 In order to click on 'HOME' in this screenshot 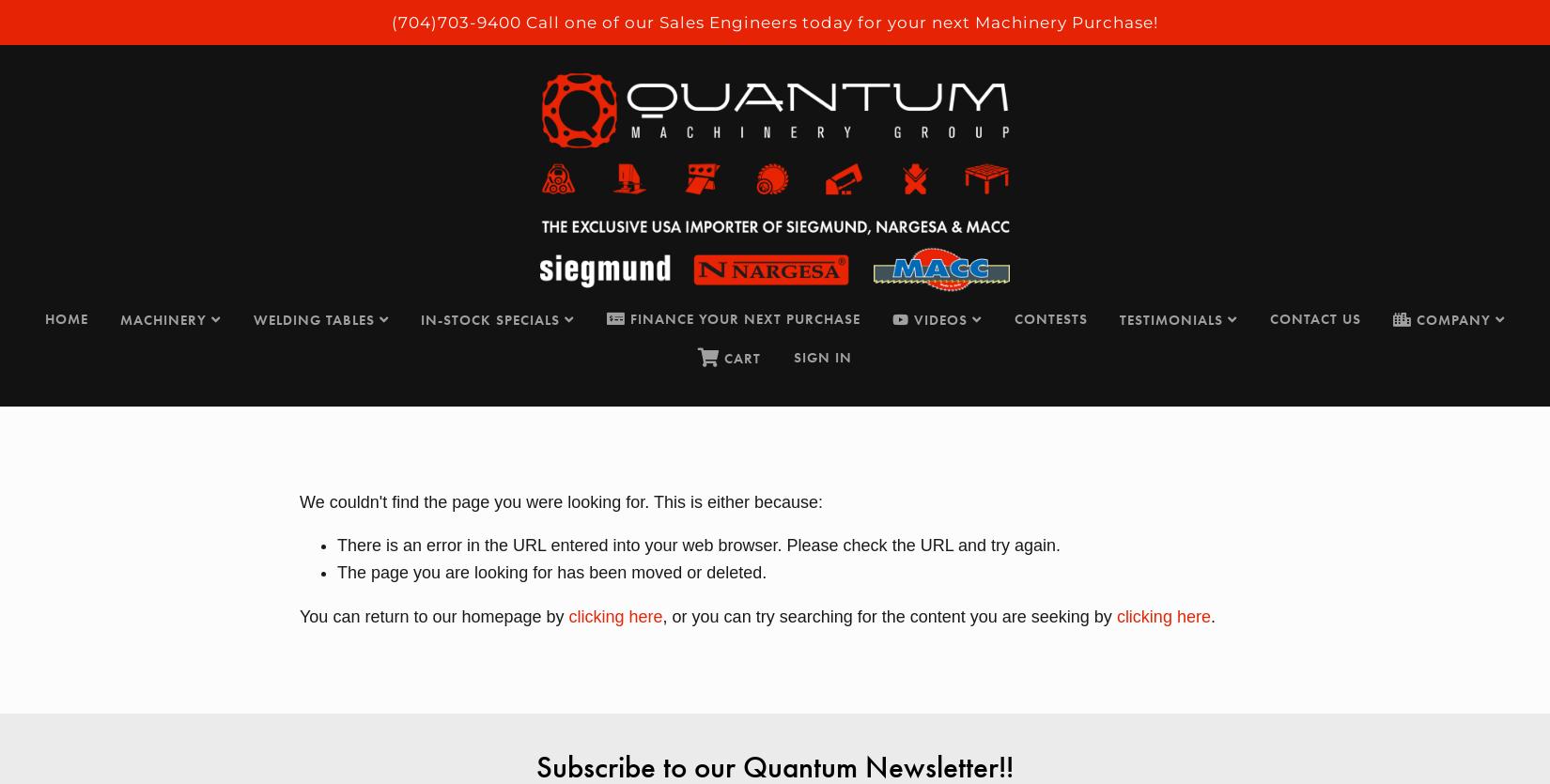, I will do `click(65, 318)`.